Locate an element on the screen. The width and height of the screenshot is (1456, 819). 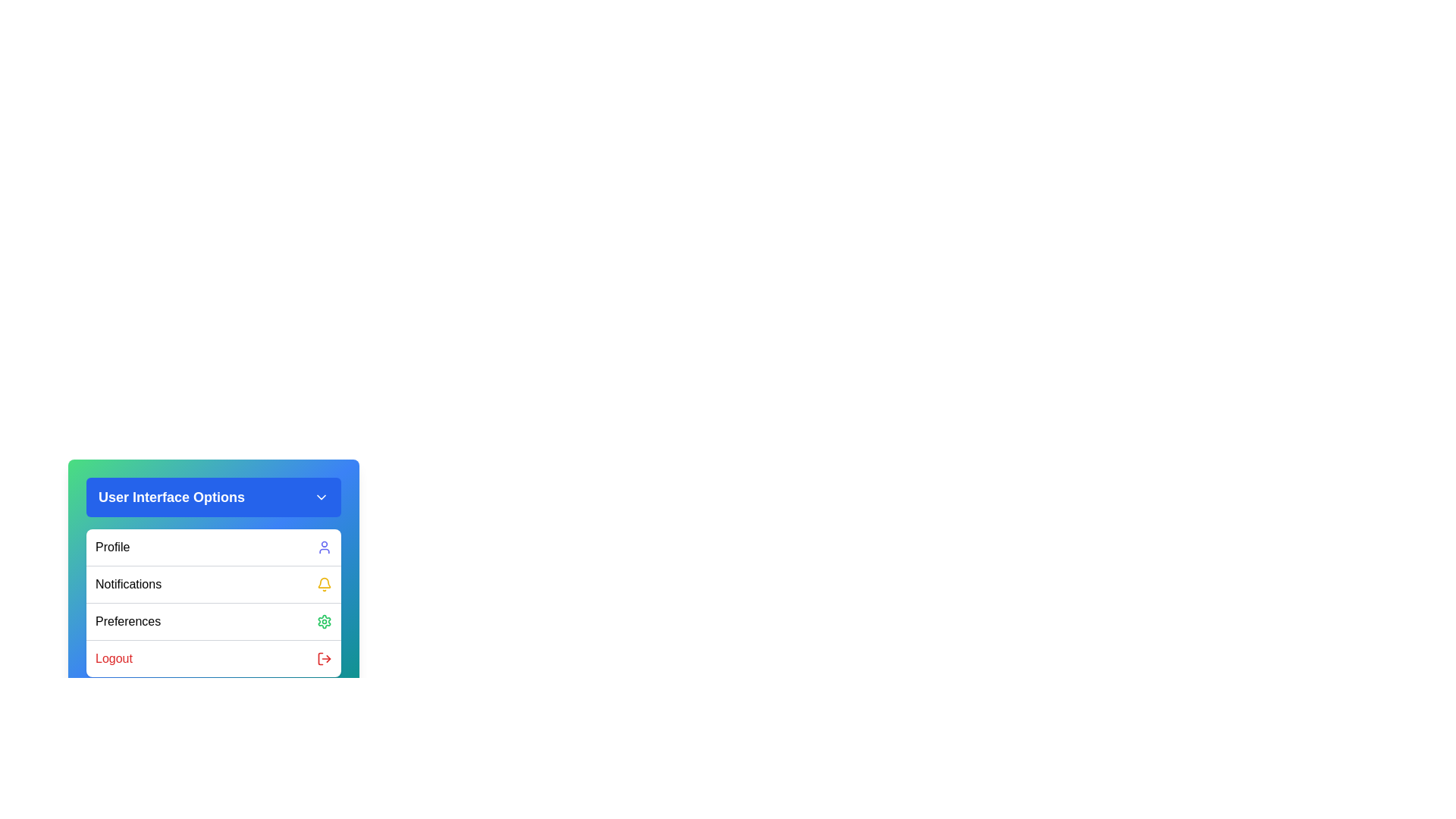
the 'Logout' option in the menu is located at coordinates (213, 657).